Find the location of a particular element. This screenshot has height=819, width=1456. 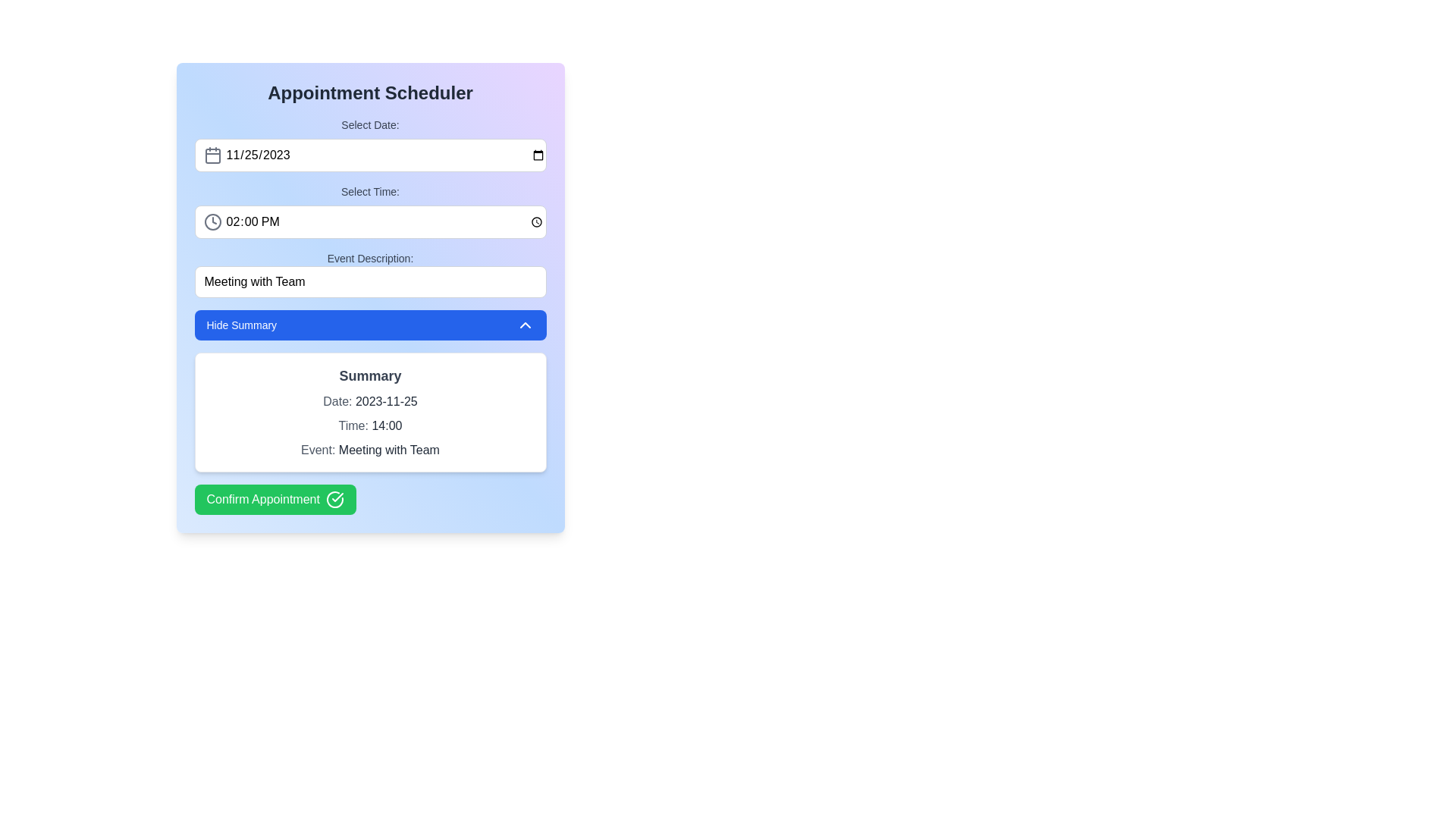

text label that displays 'Select Time:' positioned above the time selection input area in the center of the application interface is located at coordinates (370, 211).